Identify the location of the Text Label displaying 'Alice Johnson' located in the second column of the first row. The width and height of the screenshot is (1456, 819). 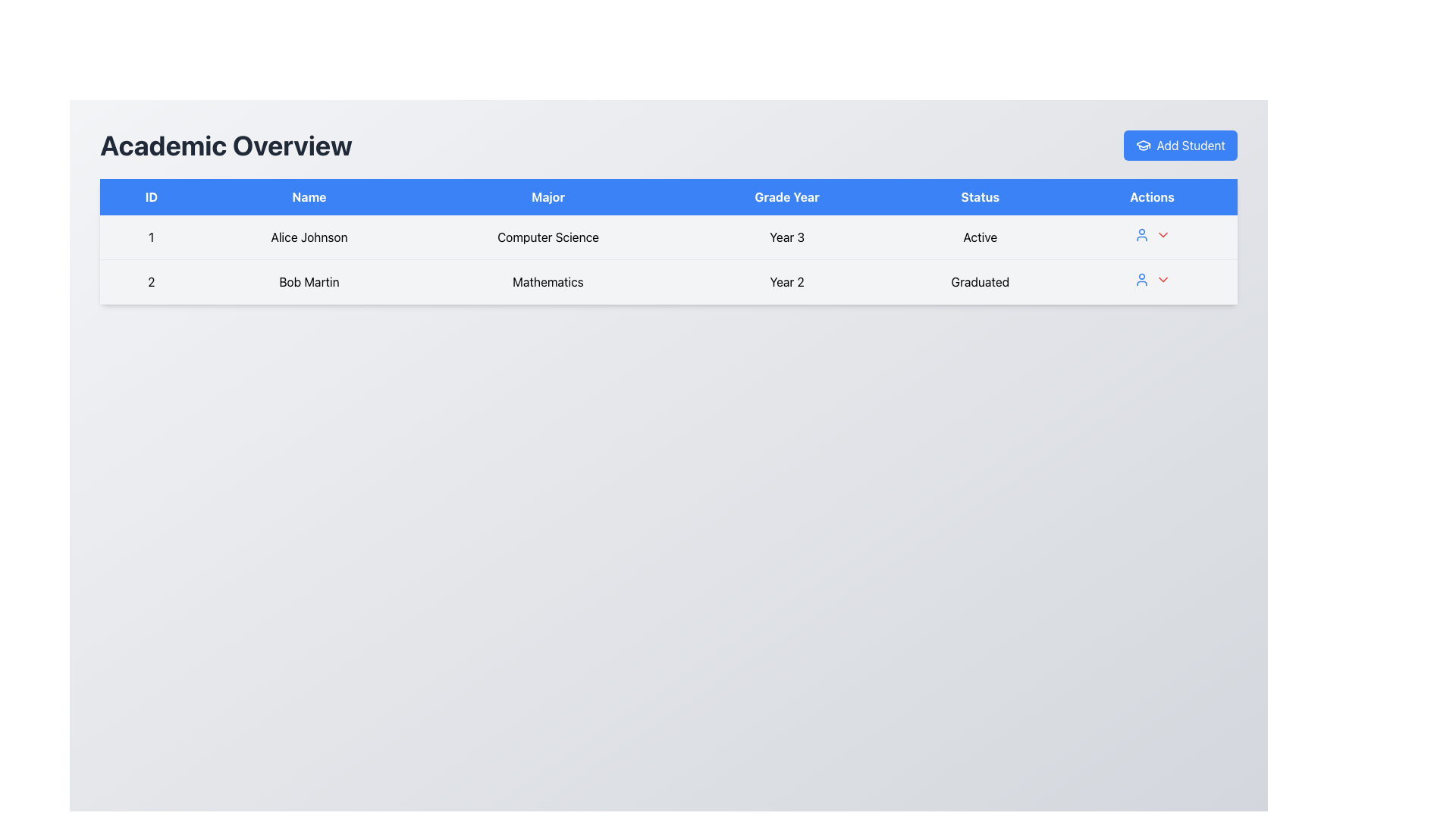
(309, 237).